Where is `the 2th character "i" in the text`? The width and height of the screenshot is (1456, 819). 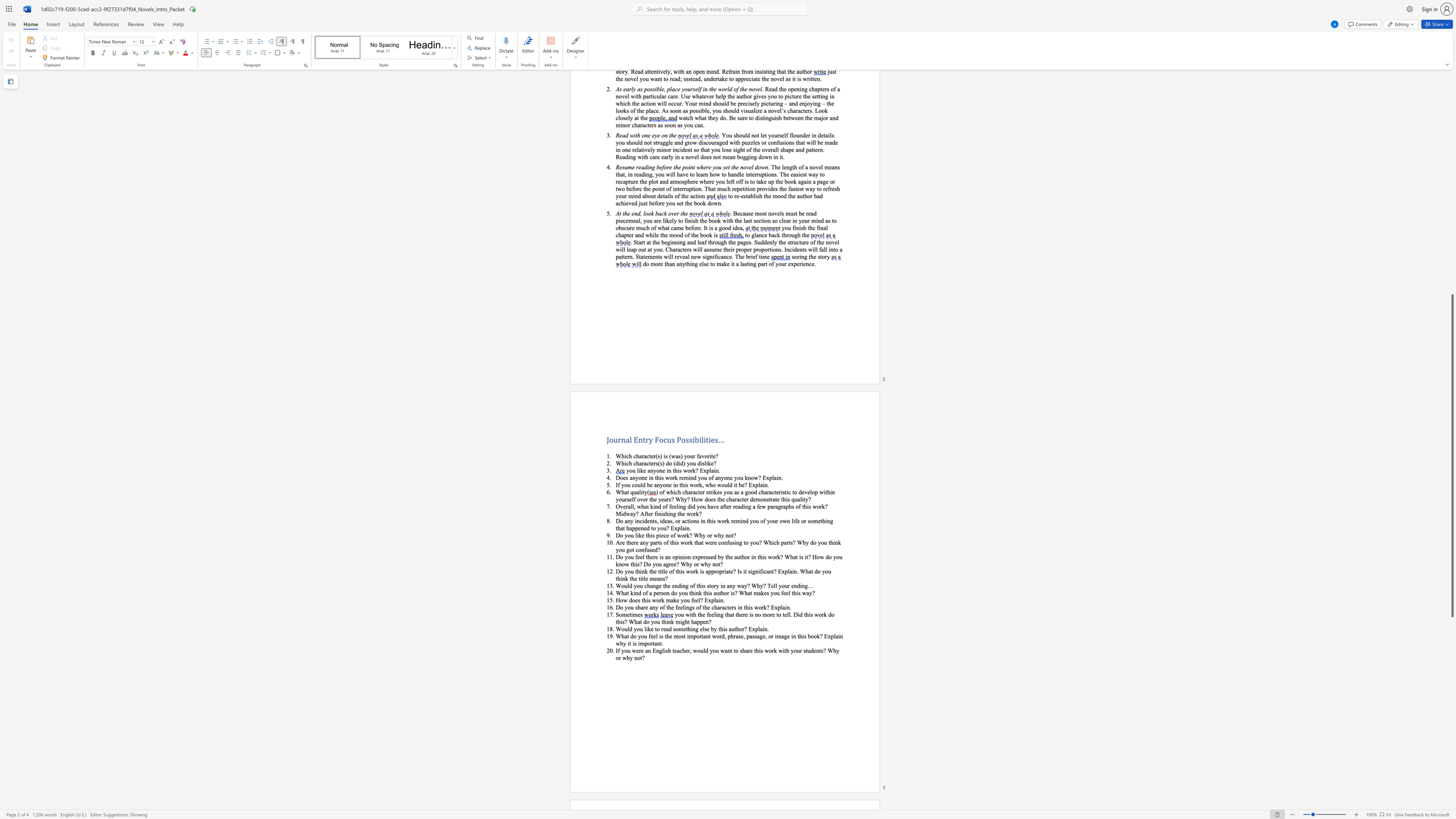 the 2th character "i" in the text is located at coordinates (679, 557).